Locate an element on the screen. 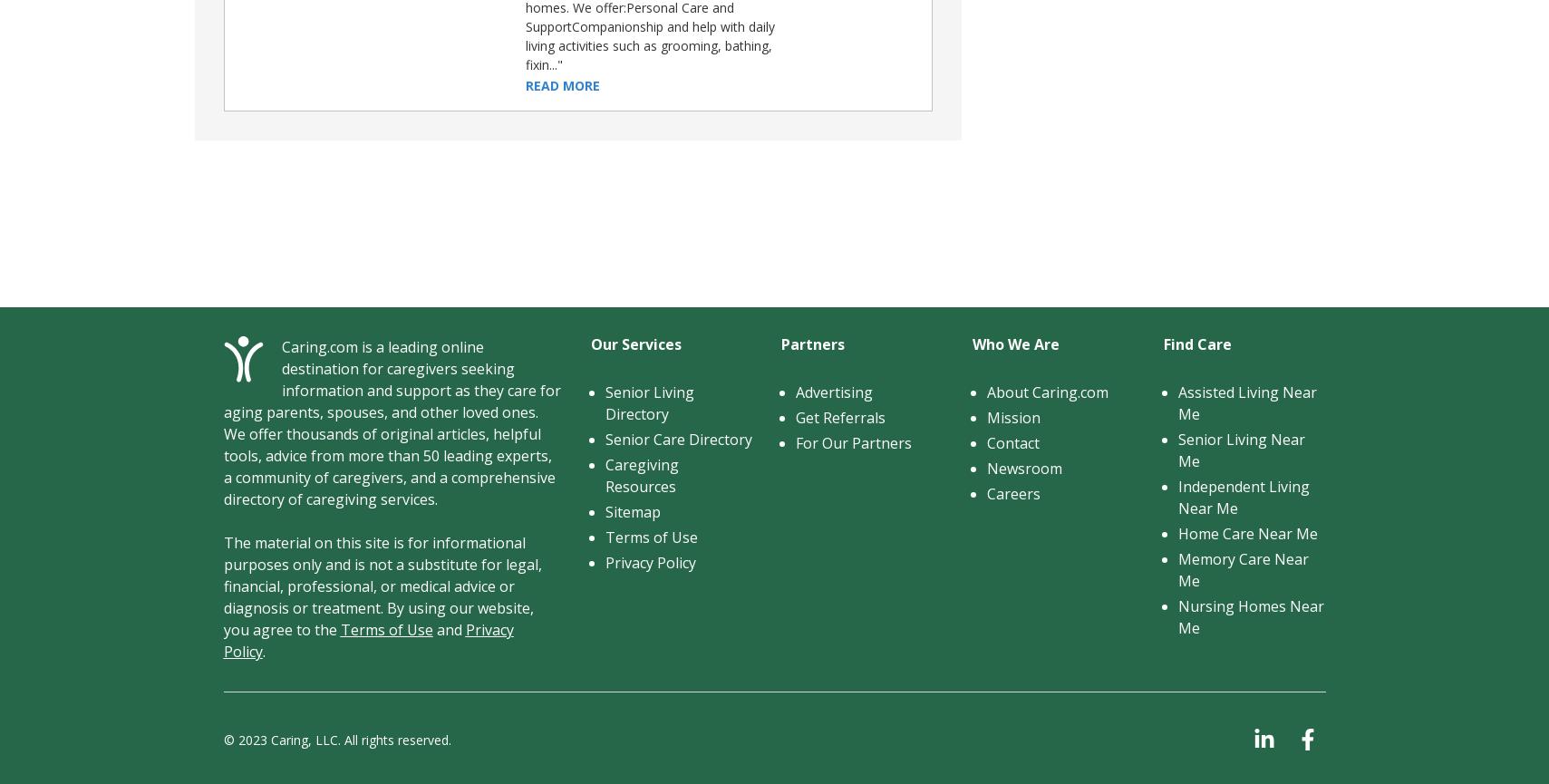  'Caregiving Resources' is located at coordinates (640, 474).